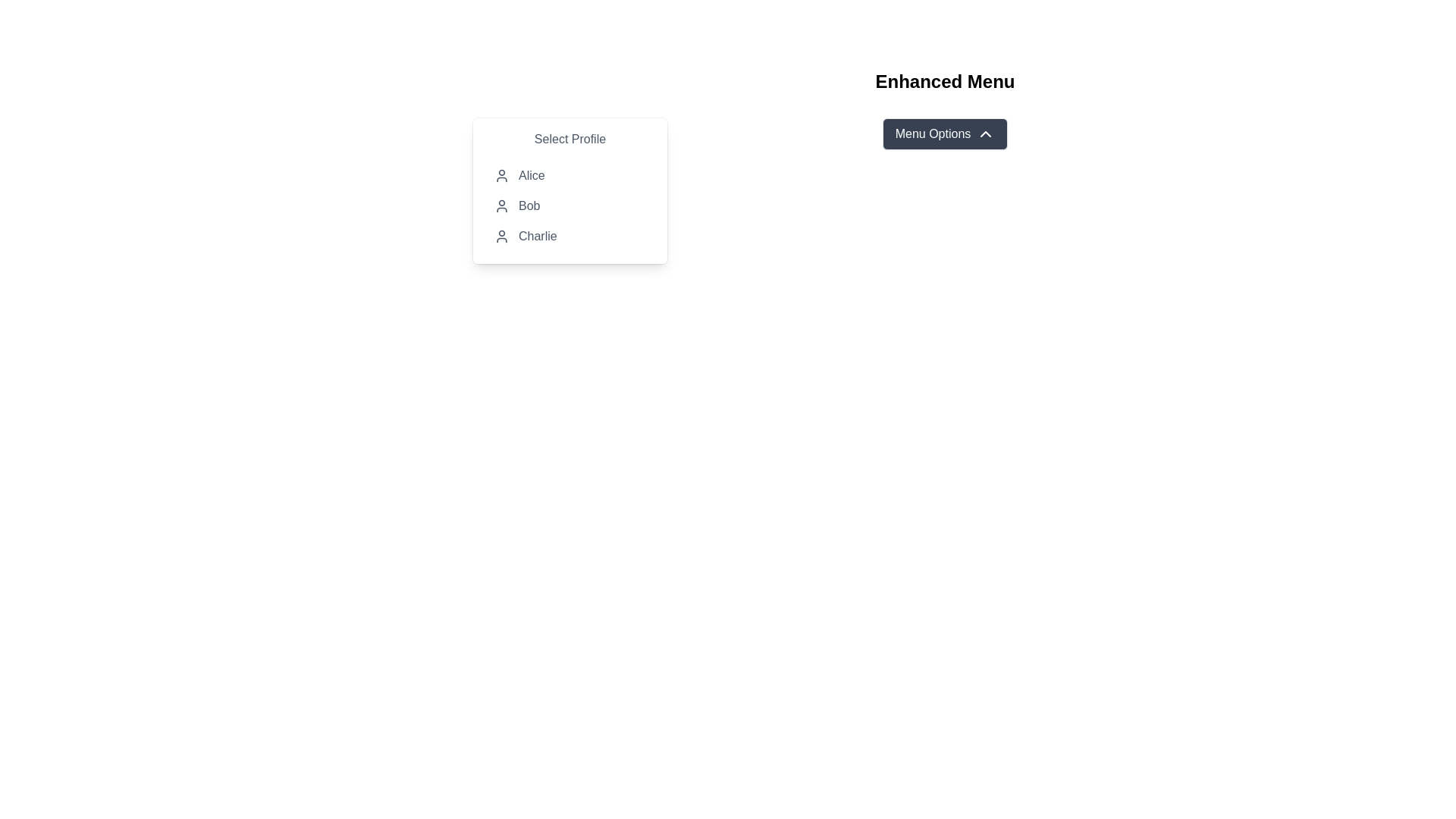  What do you see at coordinates (944, 133) in the screenshot?
I see `the dropdown button located centrally beneath the 'Enhanced Menu' heading` at bounding box center [944, 133].